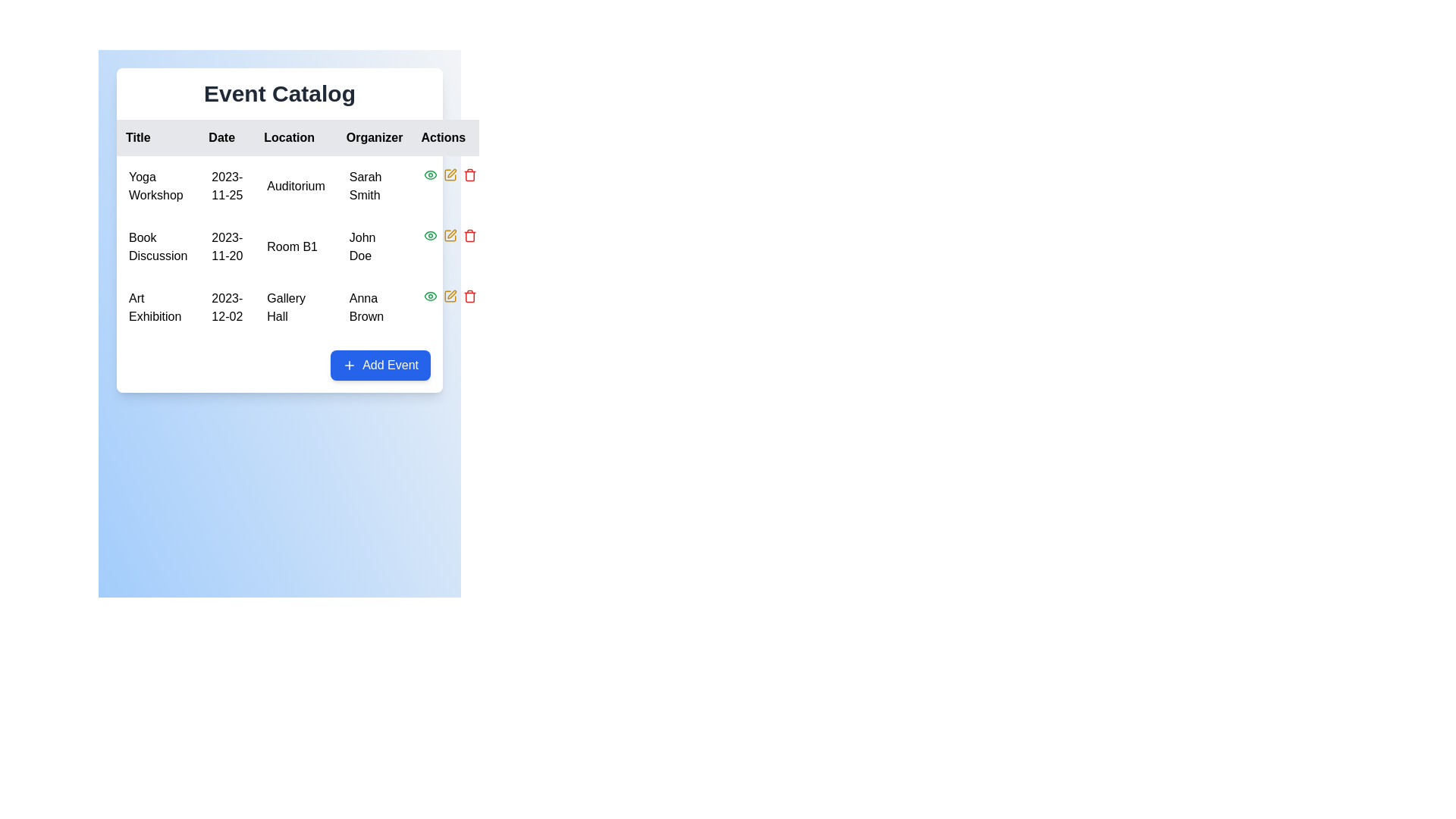 Image resolution: width=1456 pixels, height=819 pixels. Describe the element at coordinates (303, 186) in the screenshot. I see `the first row of the event table, which contains event information such as title, date, location, and organizer` at that location.